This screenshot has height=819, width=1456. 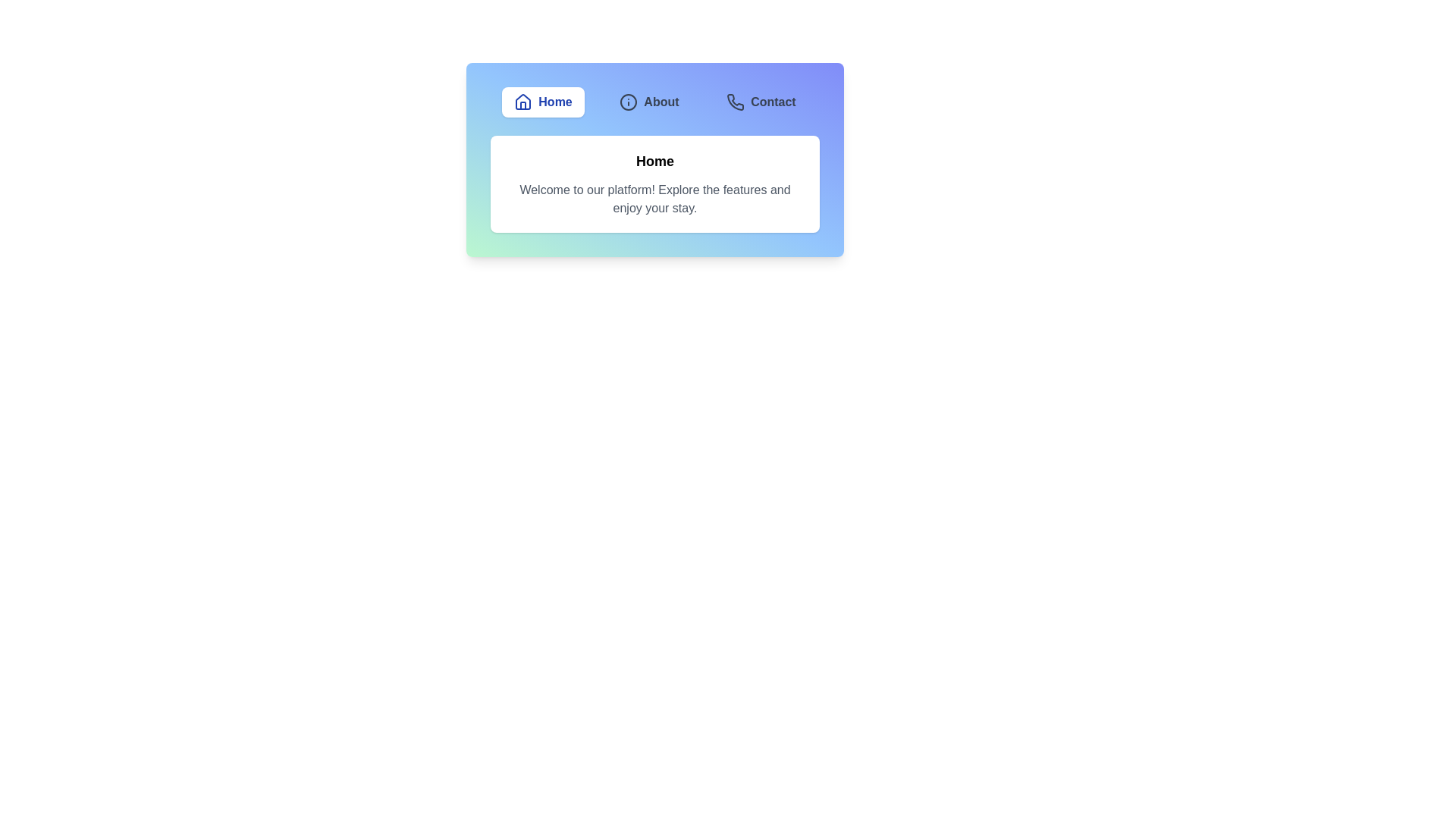 I want to click on the Home tab to navigate to it, so click(x=543, y=102).